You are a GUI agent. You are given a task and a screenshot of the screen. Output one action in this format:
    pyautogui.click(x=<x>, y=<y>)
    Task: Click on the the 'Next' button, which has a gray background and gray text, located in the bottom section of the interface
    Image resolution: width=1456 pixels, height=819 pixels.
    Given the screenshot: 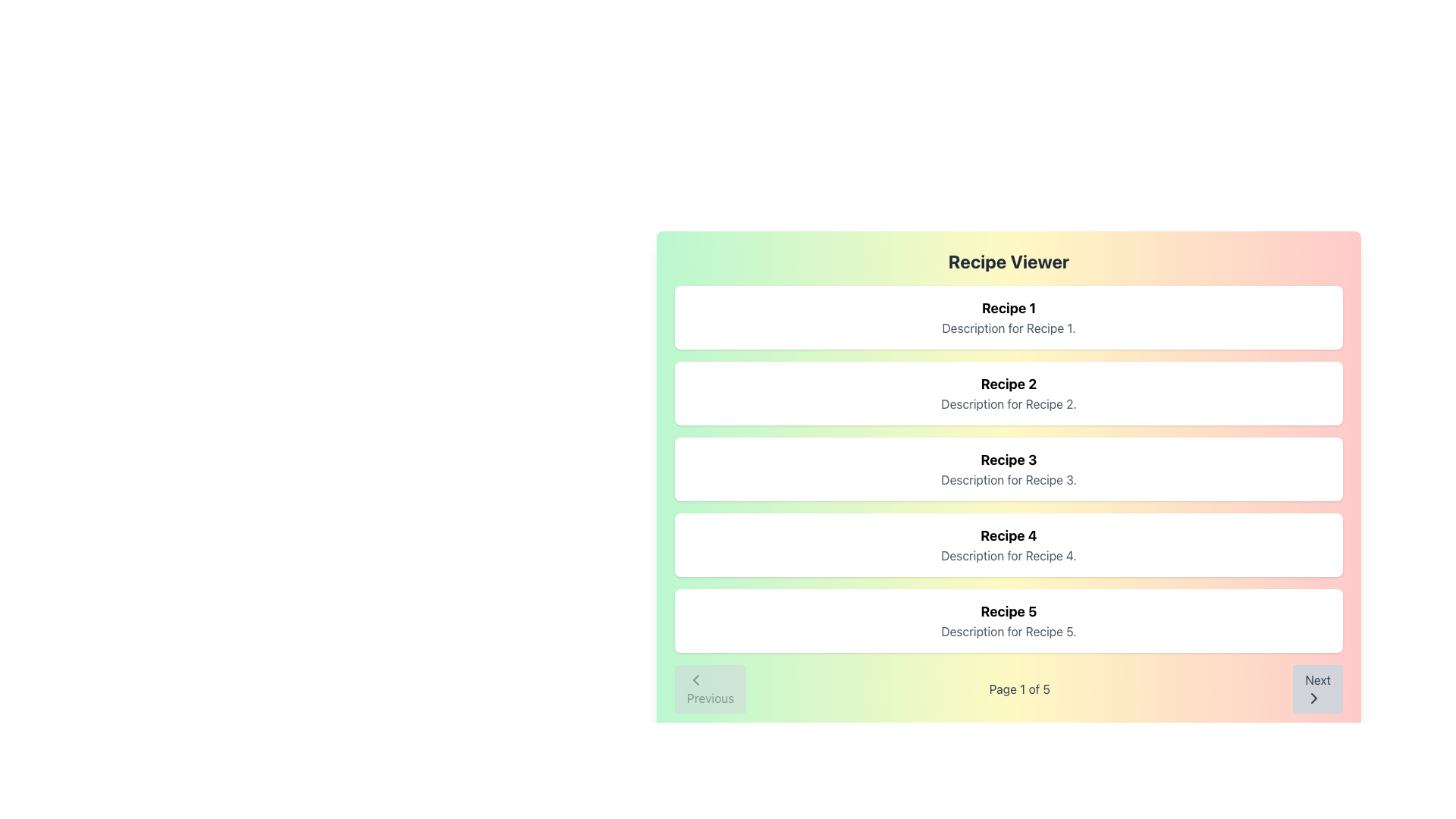 What is the action you would take?
    pyautogui.click(x=1316, y=689)
    